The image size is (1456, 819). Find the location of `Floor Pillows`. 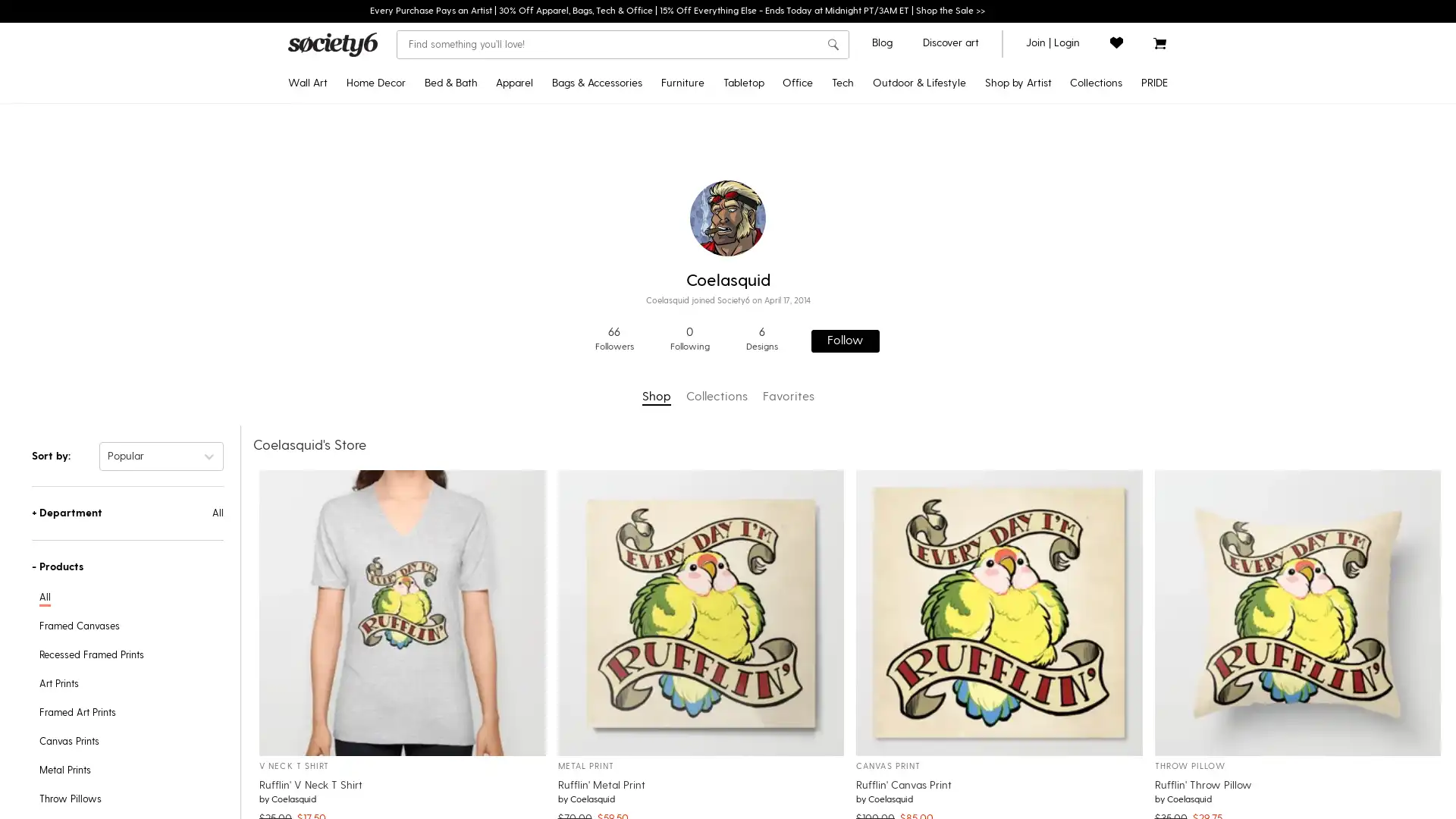

Floor Pillows is located at coordinates (404, 194).